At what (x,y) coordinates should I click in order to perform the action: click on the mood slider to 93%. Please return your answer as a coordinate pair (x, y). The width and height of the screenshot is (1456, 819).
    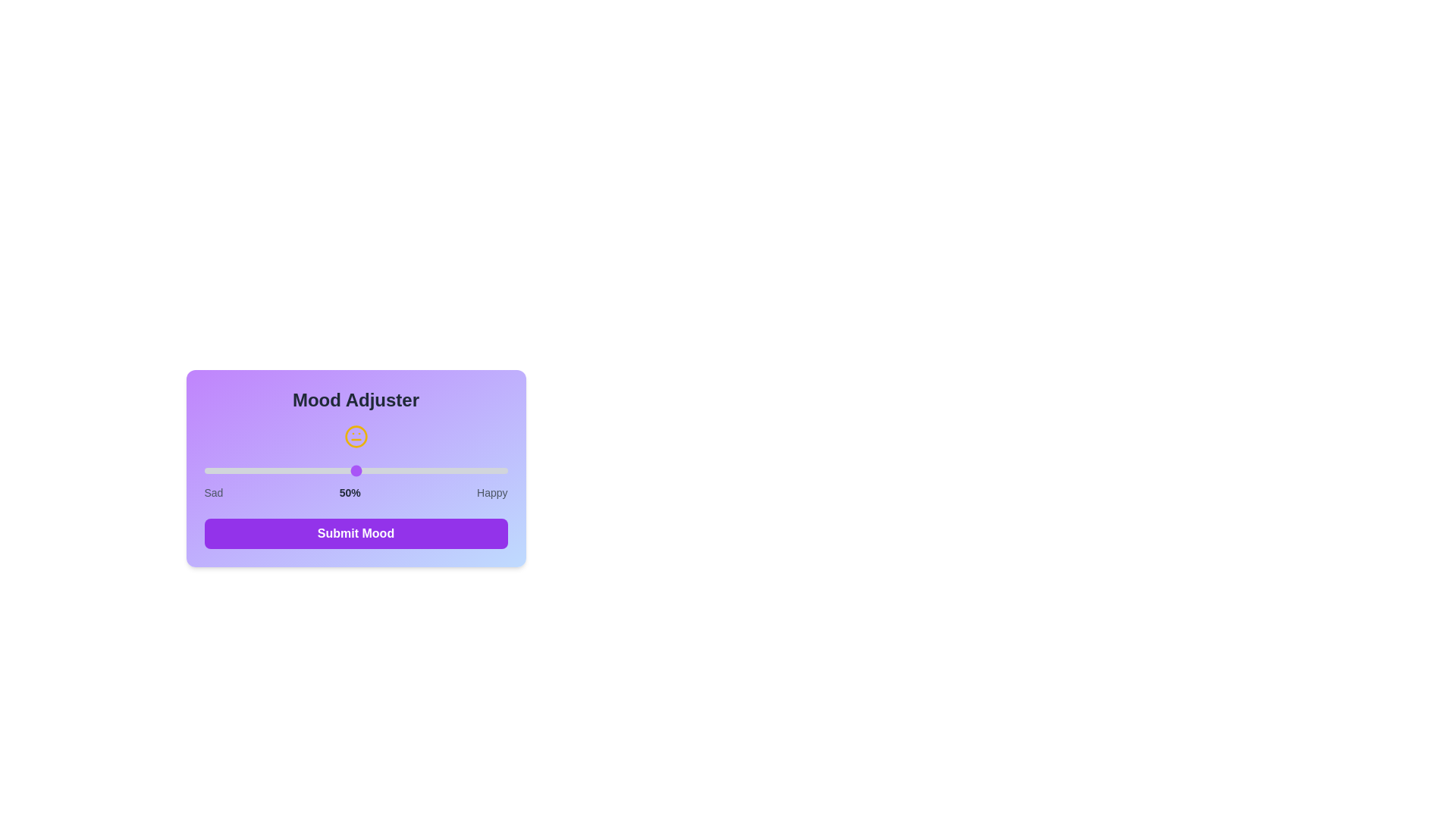
    Looking at the image, I should click on (486, 470).